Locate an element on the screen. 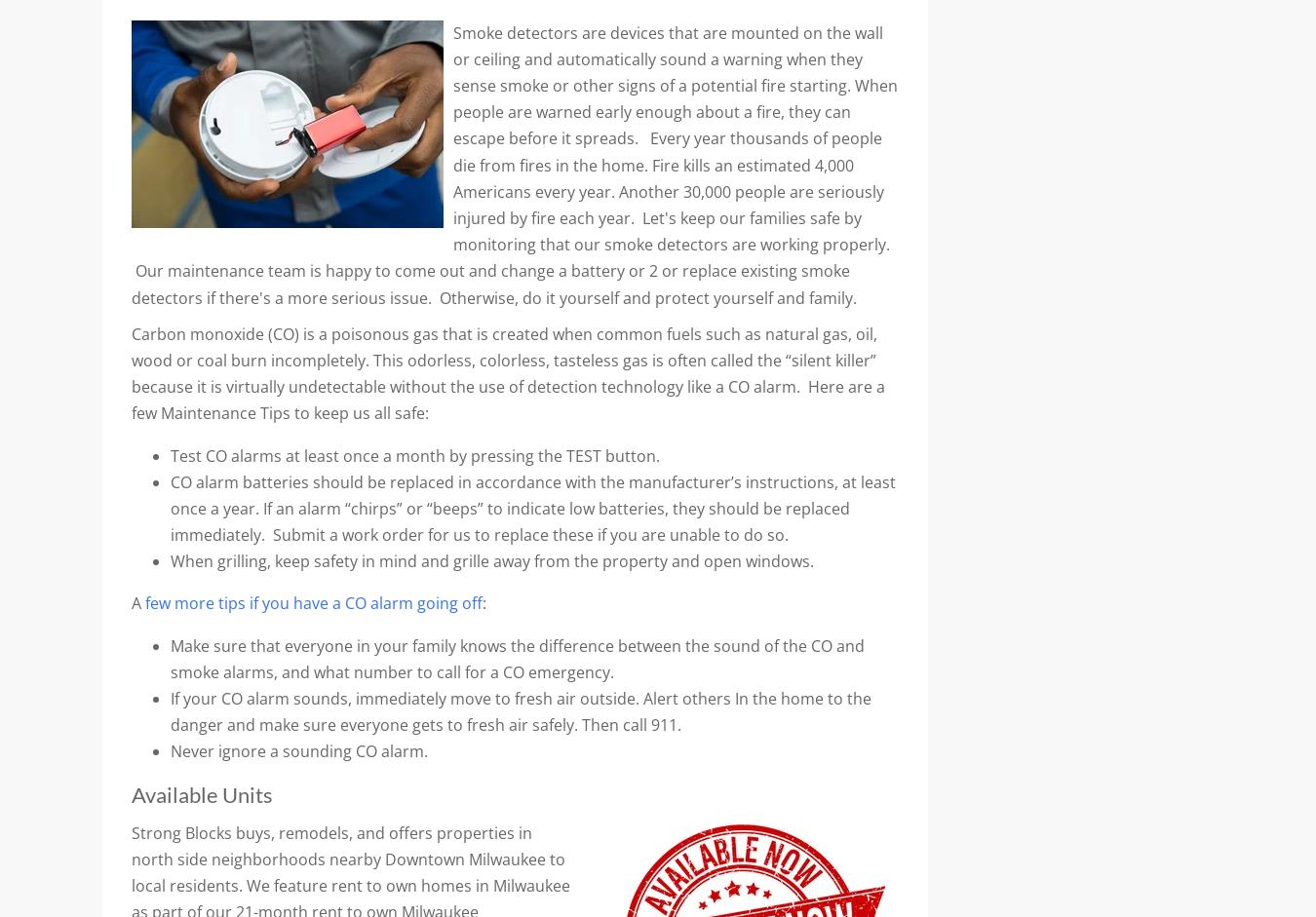 Image resolution: width=1316 pixels, height=917 pixels. 'Test CO alarms at least once a month by pressing the TEST button.' is located at coordinates (170, 455).